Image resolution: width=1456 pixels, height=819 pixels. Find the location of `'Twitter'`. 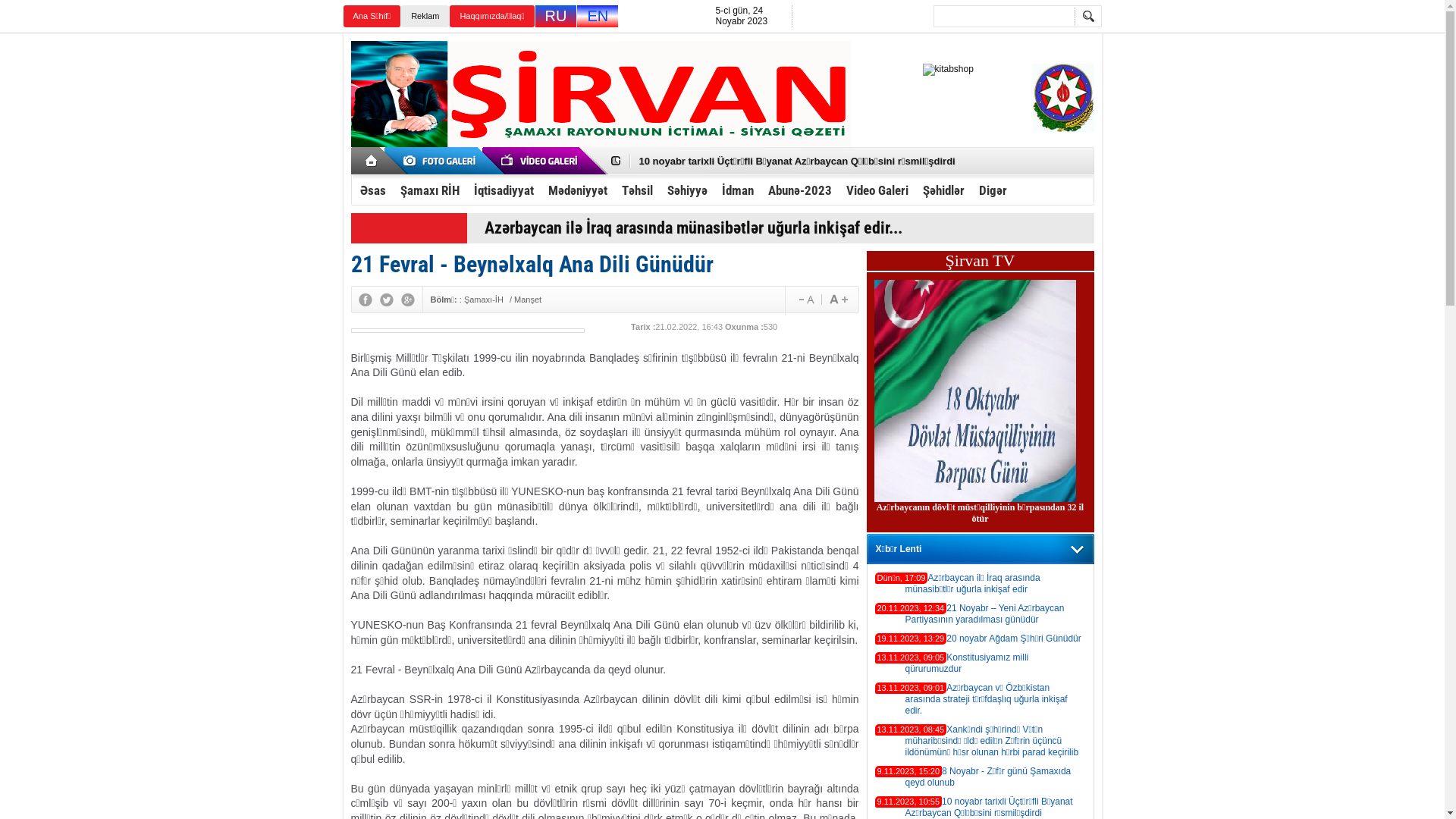

'Twitter' is located at coordinates (385, 299).